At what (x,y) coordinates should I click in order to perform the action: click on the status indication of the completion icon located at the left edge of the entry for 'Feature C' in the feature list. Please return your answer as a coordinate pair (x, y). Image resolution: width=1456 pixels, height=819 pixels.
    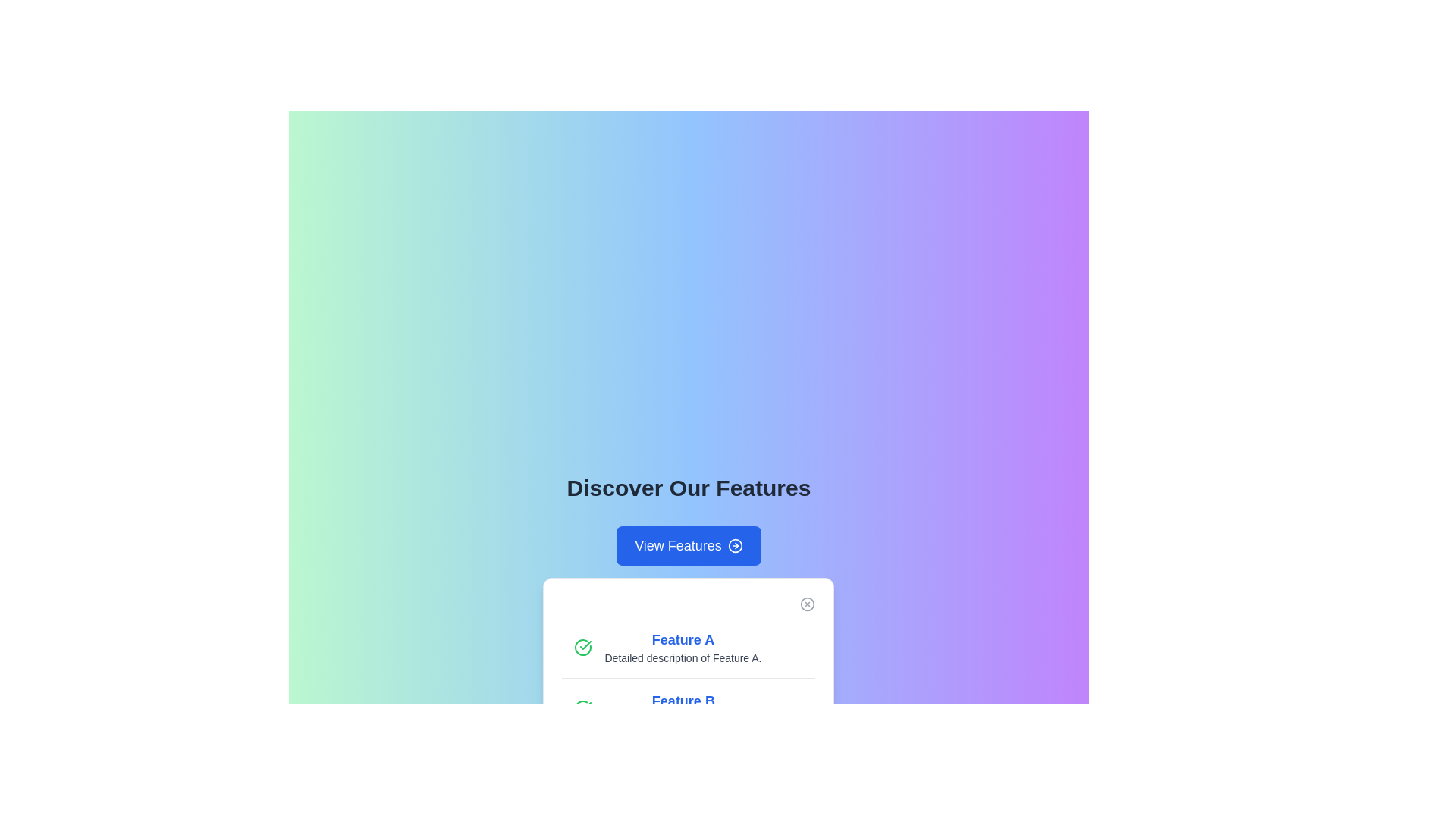
    Looking at the image, I should click on (582, 770).